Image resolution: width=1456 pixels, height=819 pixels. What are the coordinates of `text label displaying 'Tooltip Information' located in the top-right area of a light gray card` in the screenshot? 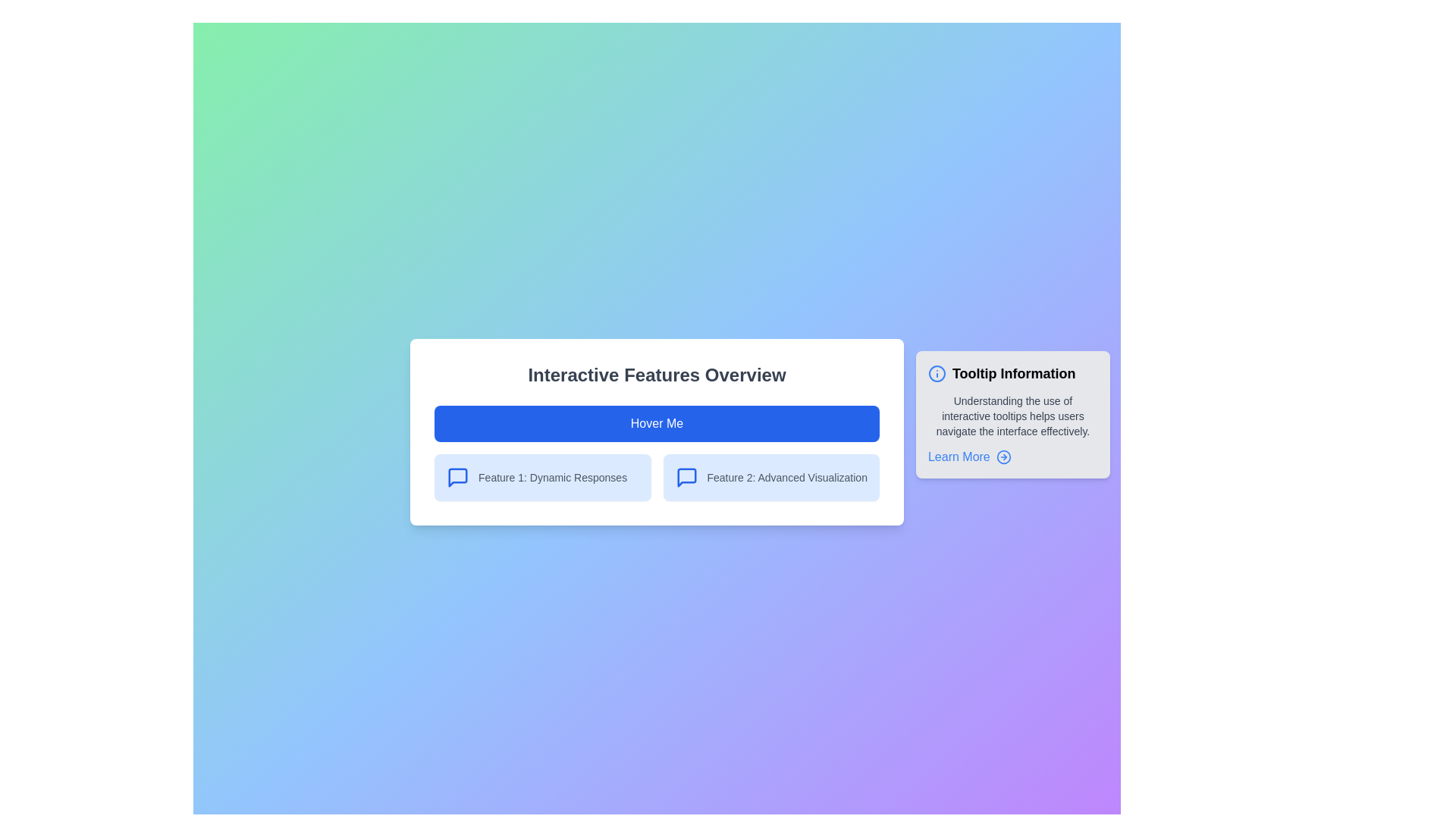 It's located at (1014, 374).